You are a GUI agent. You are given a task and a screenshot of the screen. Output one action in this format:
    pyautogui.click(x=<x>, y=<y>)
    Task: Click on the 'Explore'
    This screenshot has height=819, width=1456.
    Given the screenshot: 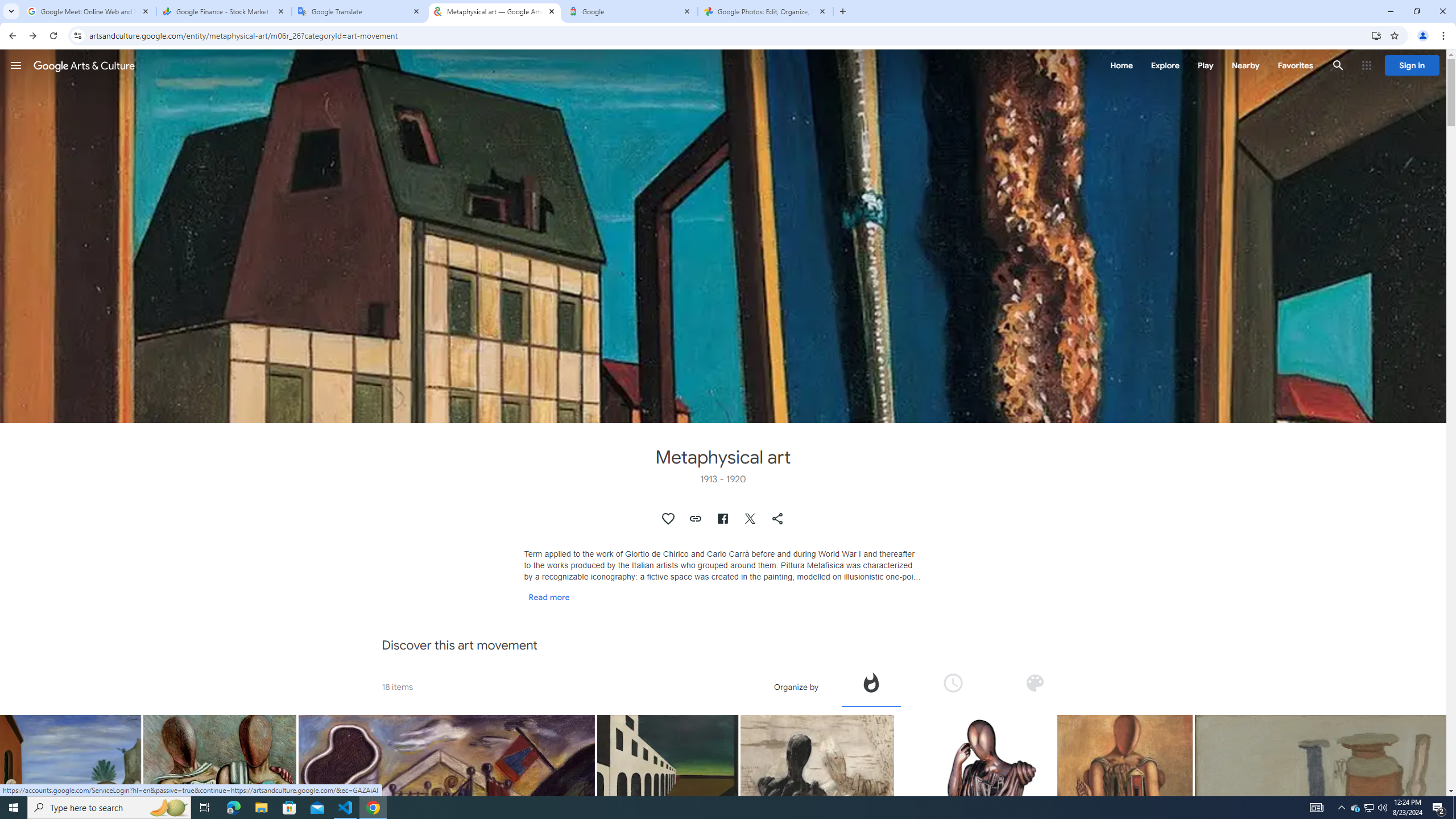 What is the action you would take?
    pyautogui.click(x=1164, y=65)
    